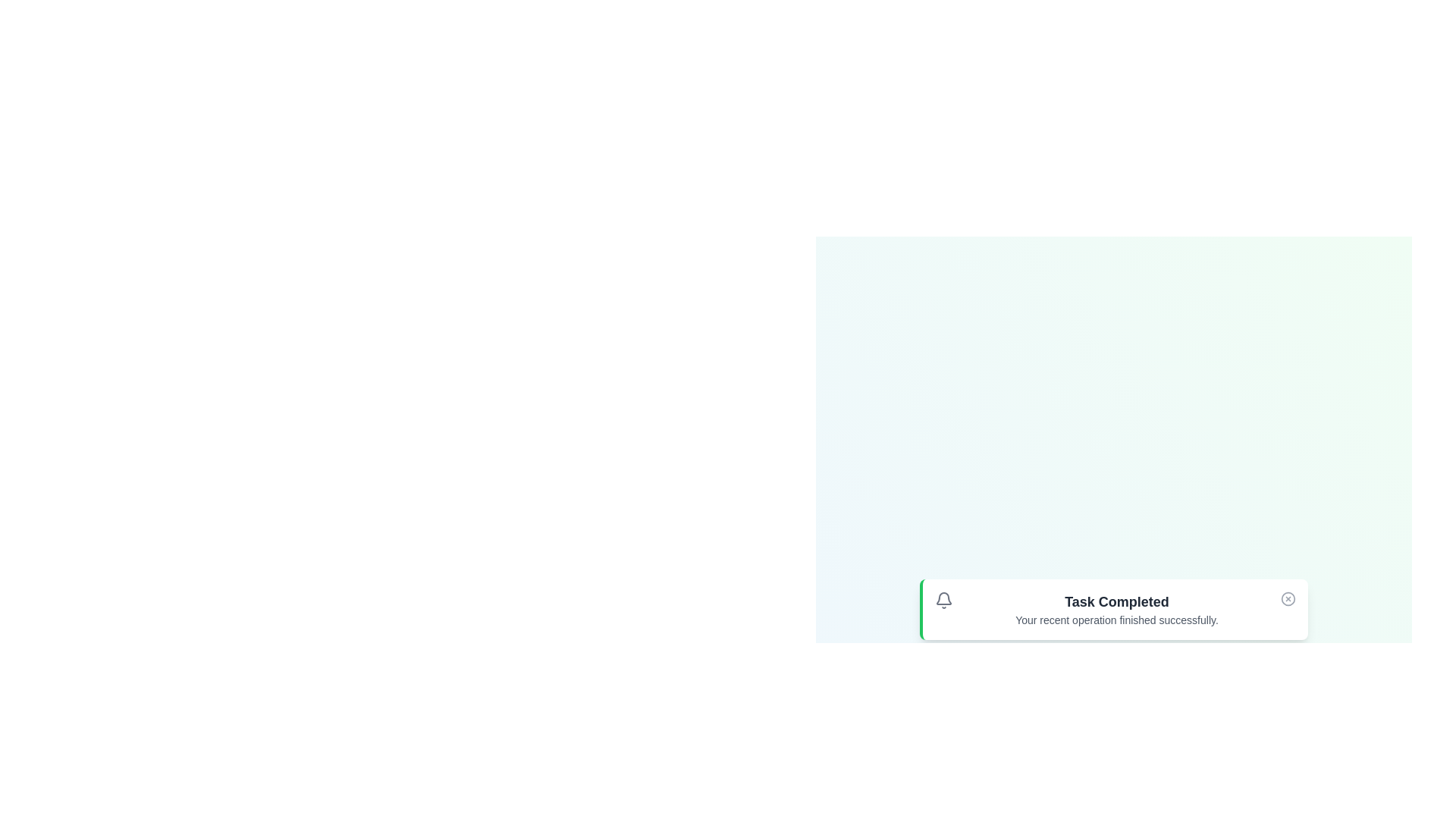 This screenshot has height=819, width=1456. Describe the element at coordinates (943, 599) in the screenshot. I see `the notification bell icon` at that location.